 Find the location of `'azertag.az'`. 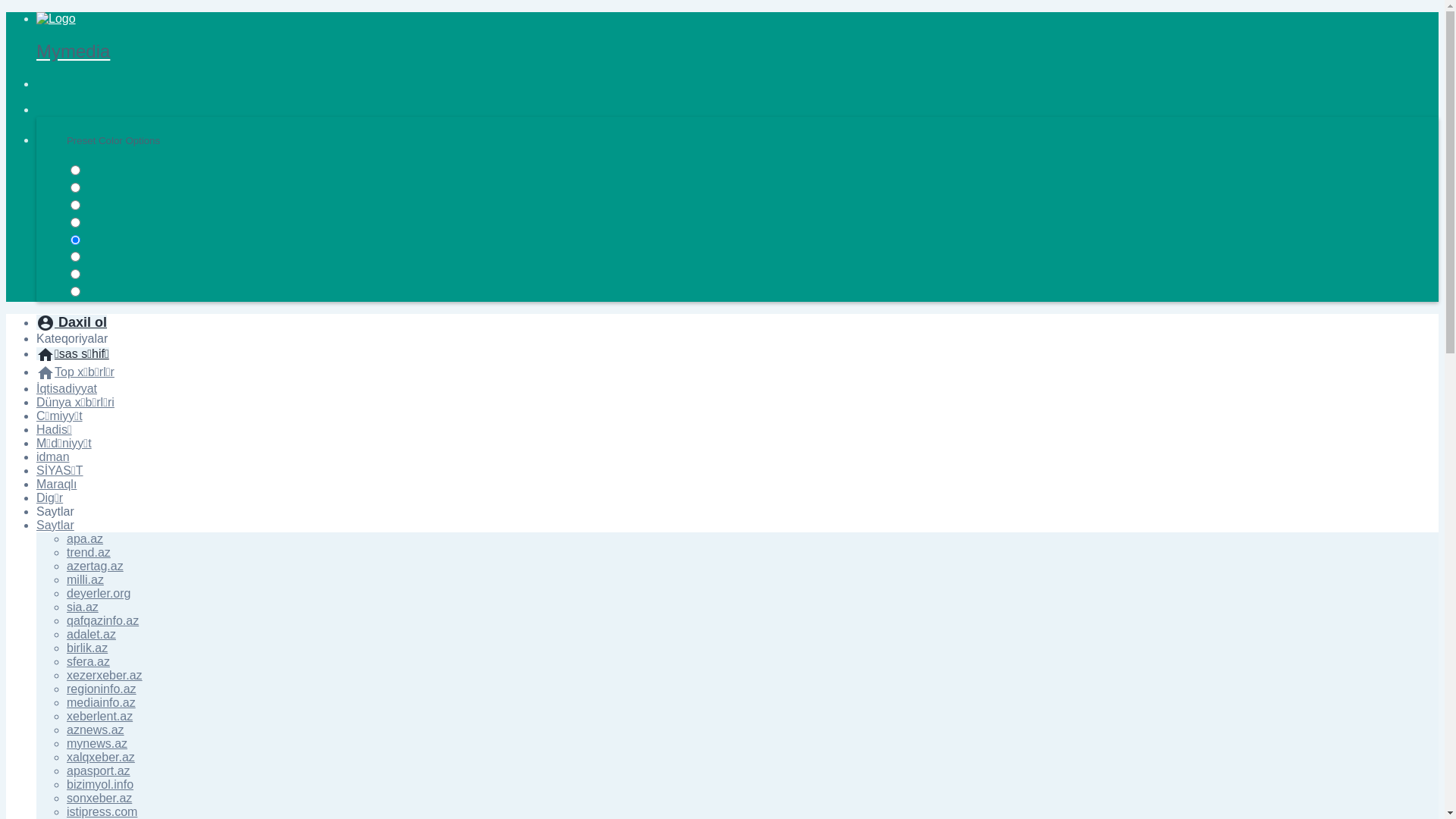

'azertag.az' is located at coordinates (94, 566).